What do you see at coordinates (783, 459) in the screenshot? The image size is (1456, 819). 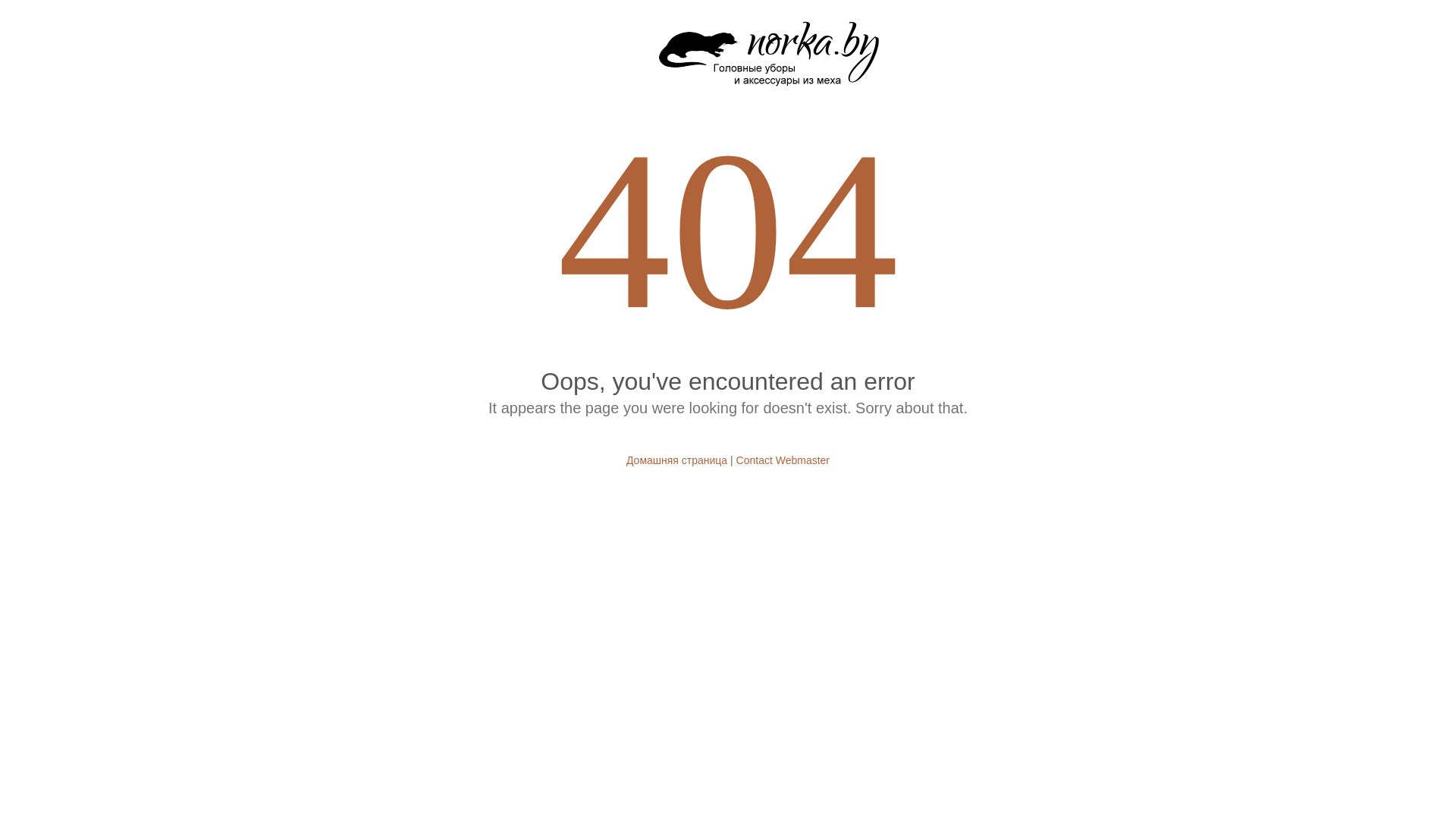 I see `'Contact Webmaster'` at bounding box center [783, 459].